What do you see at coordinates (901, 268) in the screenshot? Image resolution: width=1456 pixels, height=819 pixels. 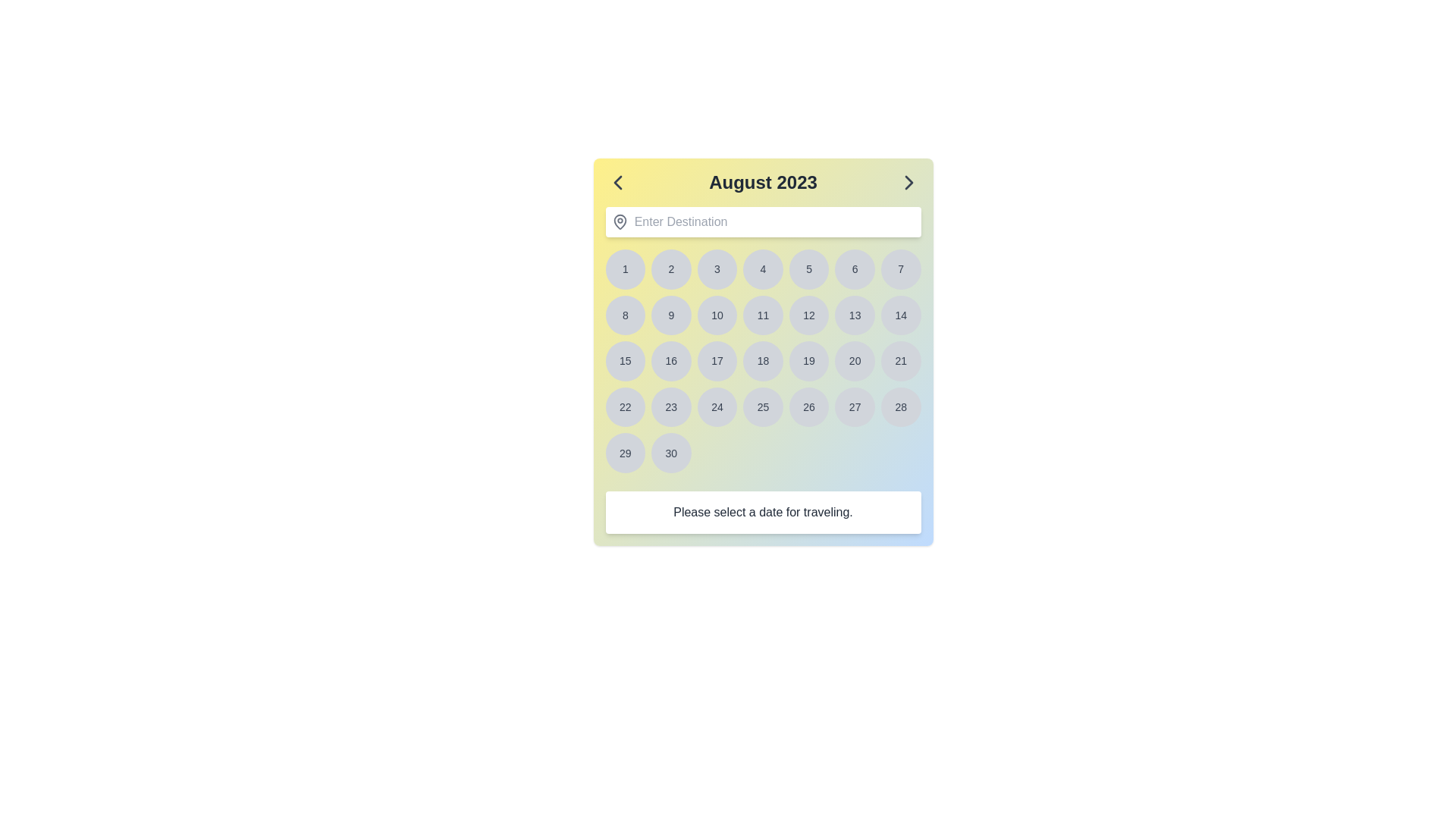 I see `the circular button labeled '7' with a light gray background` at bounding box center [901, 268].